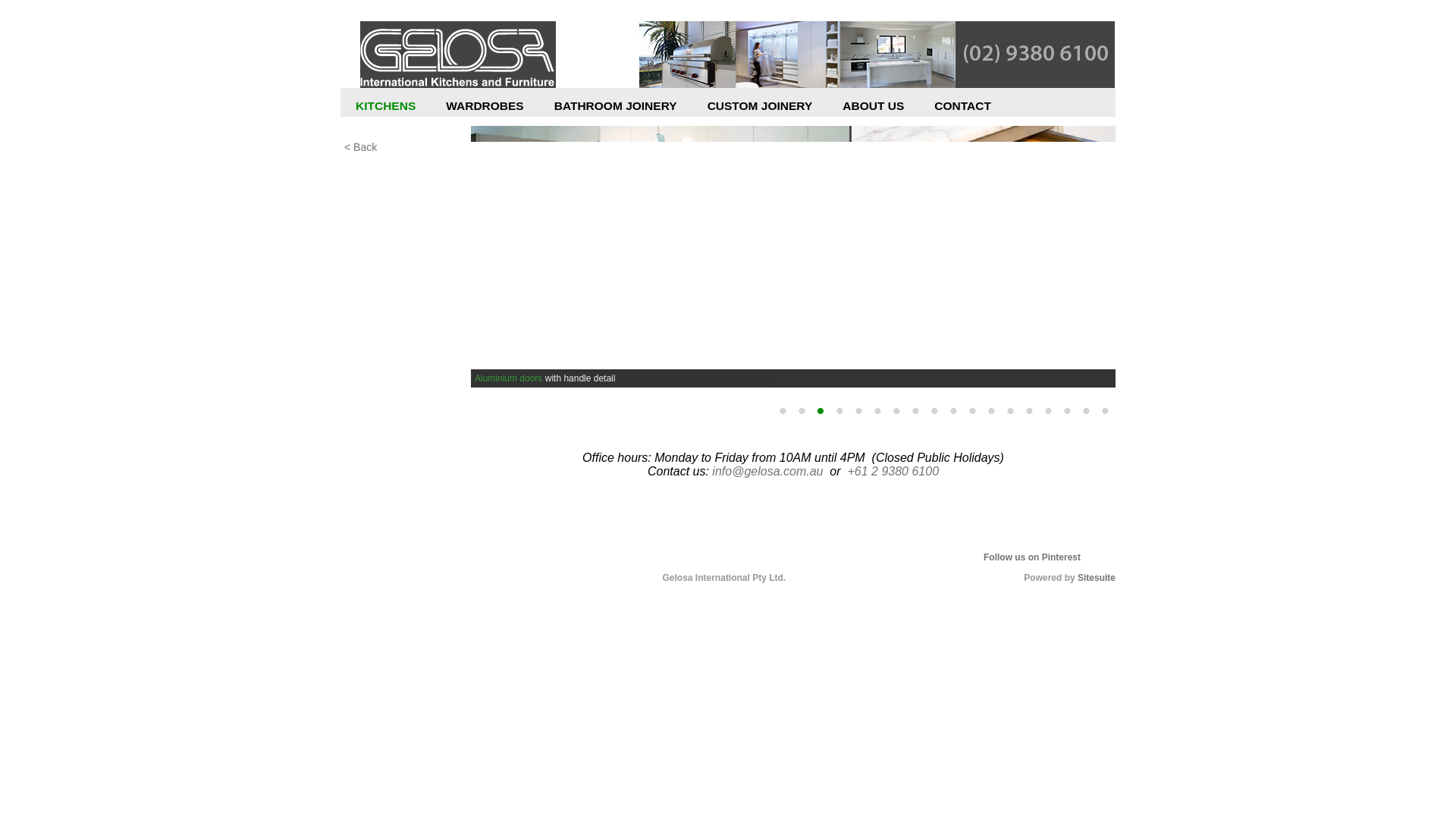  Describe the element at coordinates (962, 109) in the screenshot. I see `'CONTACT'` at that location.